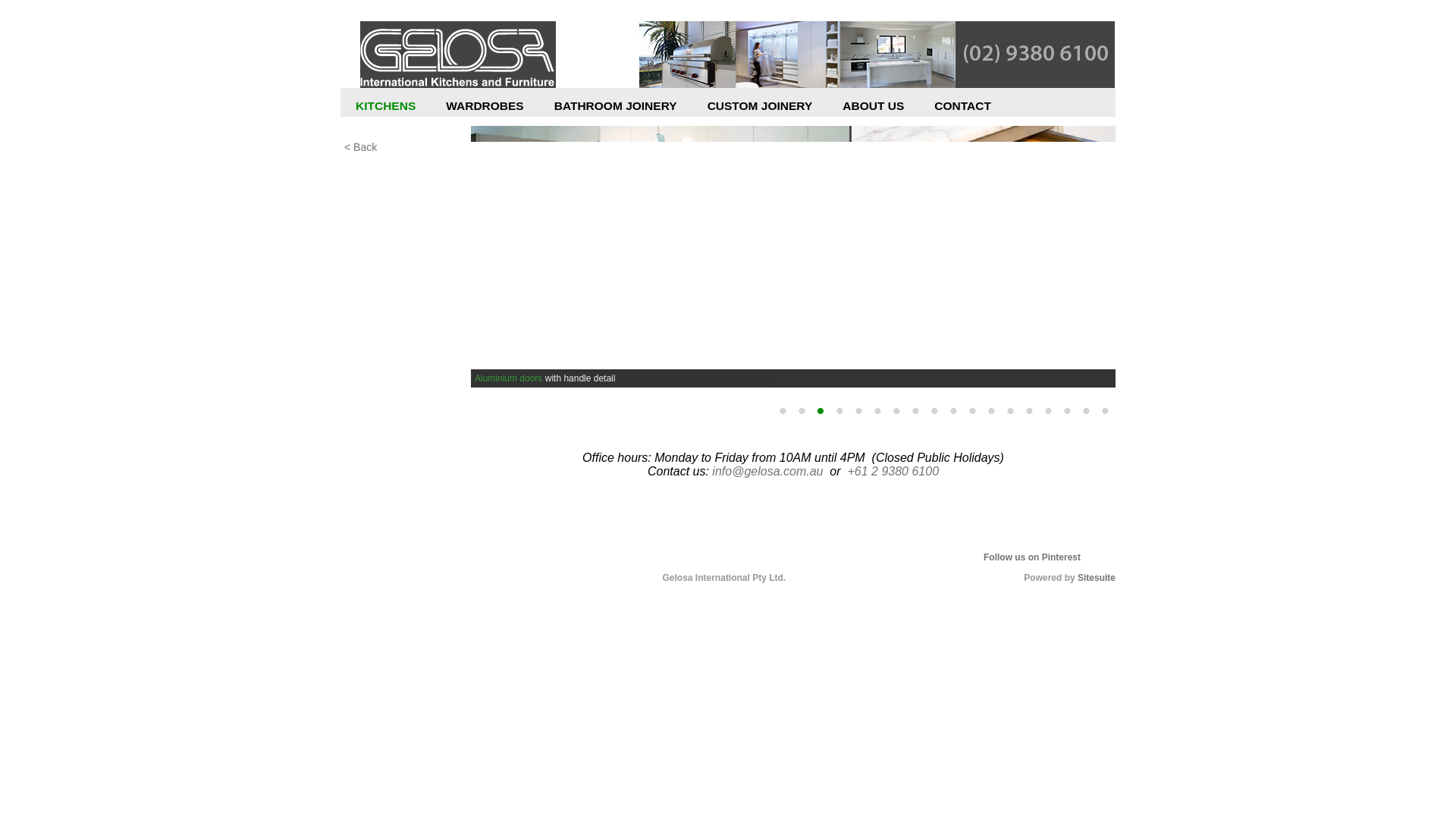  Describe the element at coordinates (962, 109) in the screenshot. I see `'CONTACT'` at that location.